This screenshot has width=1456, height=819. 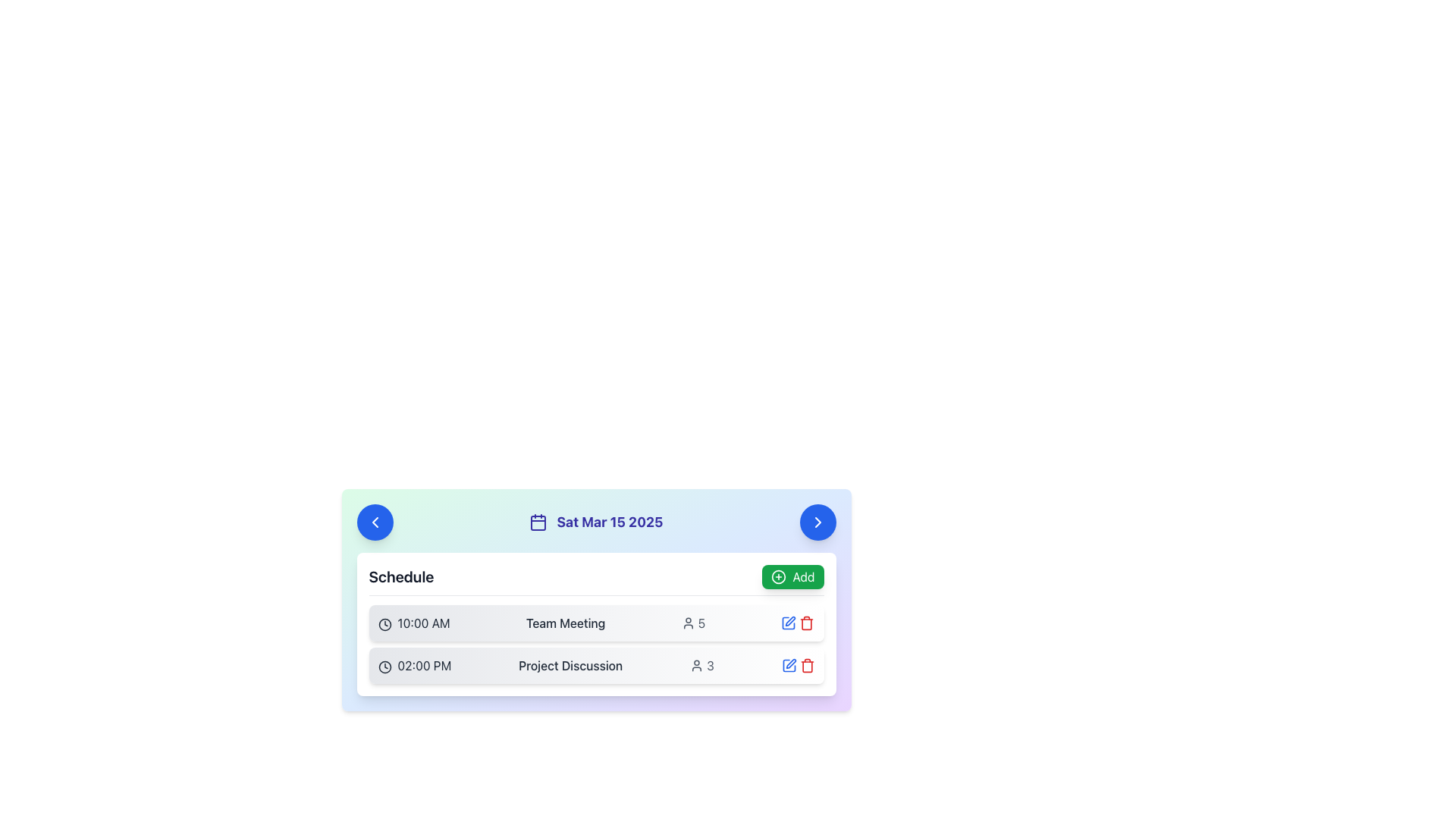 What do you see at coordinates (538, 522) in the screenshot?
I see `the calendar icon located on the left side of the row displaying the date 'Sat Mar 15 2025'` at bounding box center [538, 522].